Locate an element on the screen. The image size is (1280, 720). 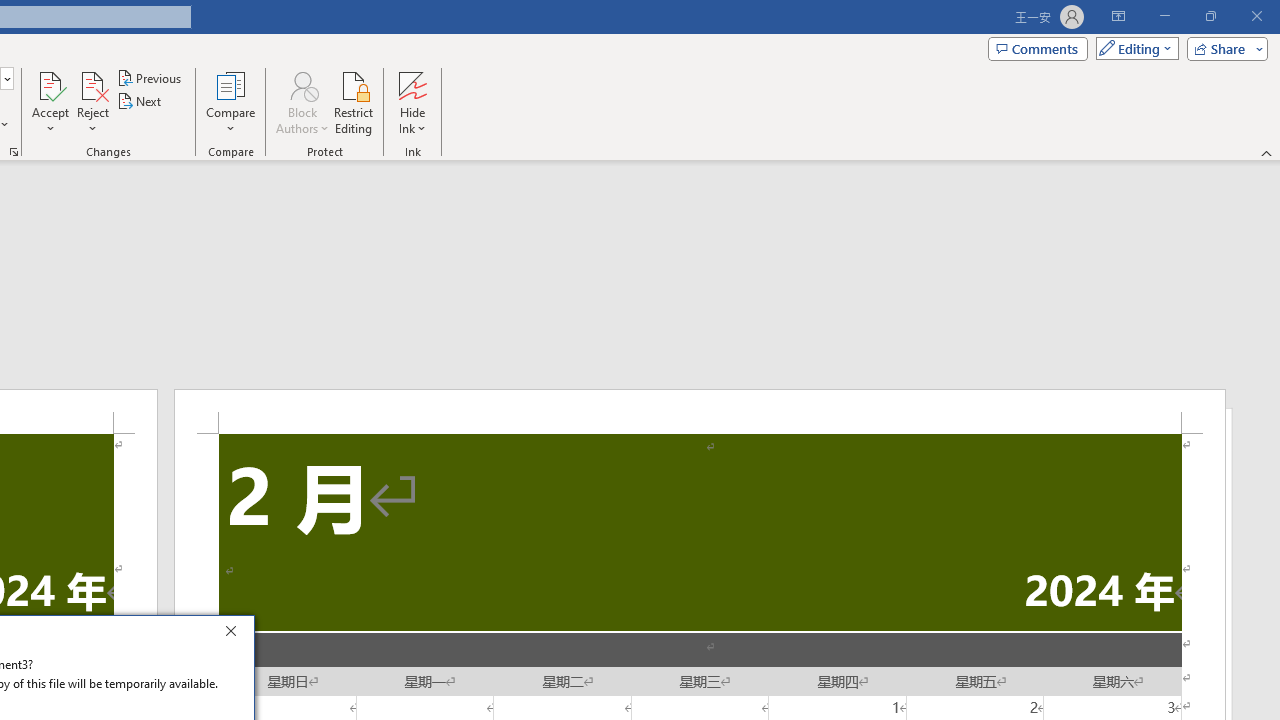
'Accept' is located at coordinates (50, 103).